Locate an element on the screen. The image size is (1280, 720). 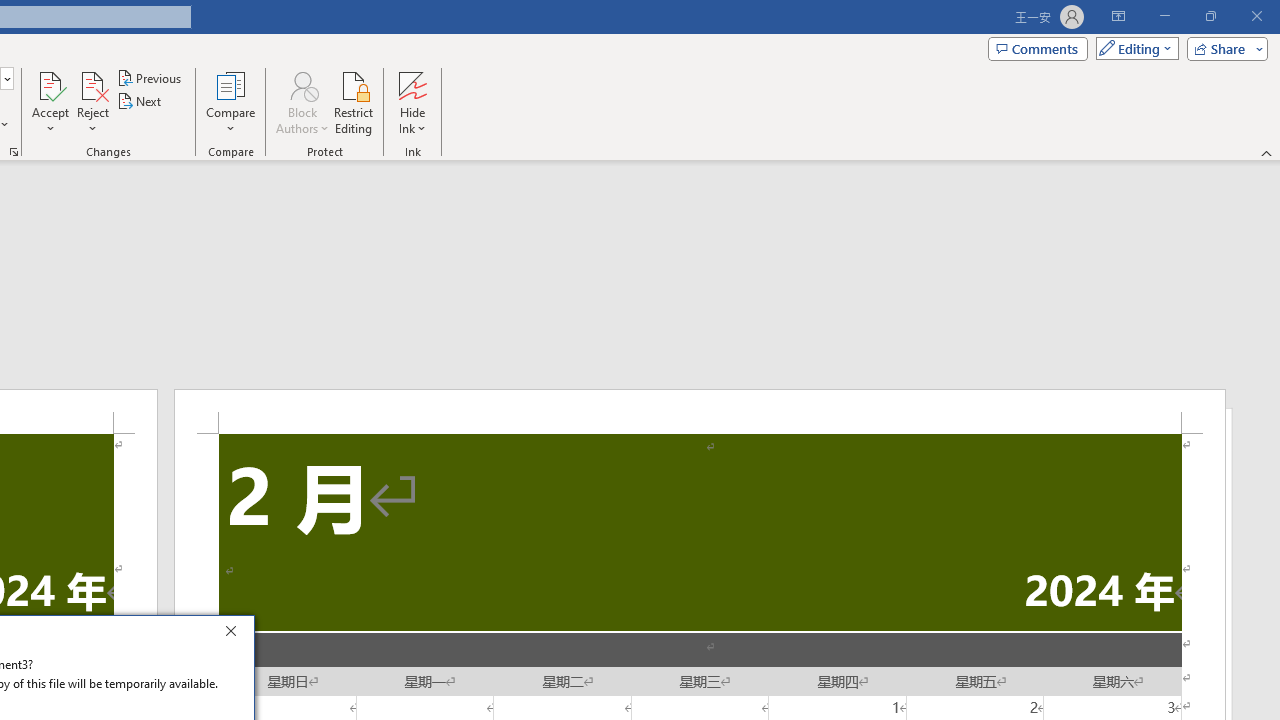
'Accept' is located at coordinates (50, 103).